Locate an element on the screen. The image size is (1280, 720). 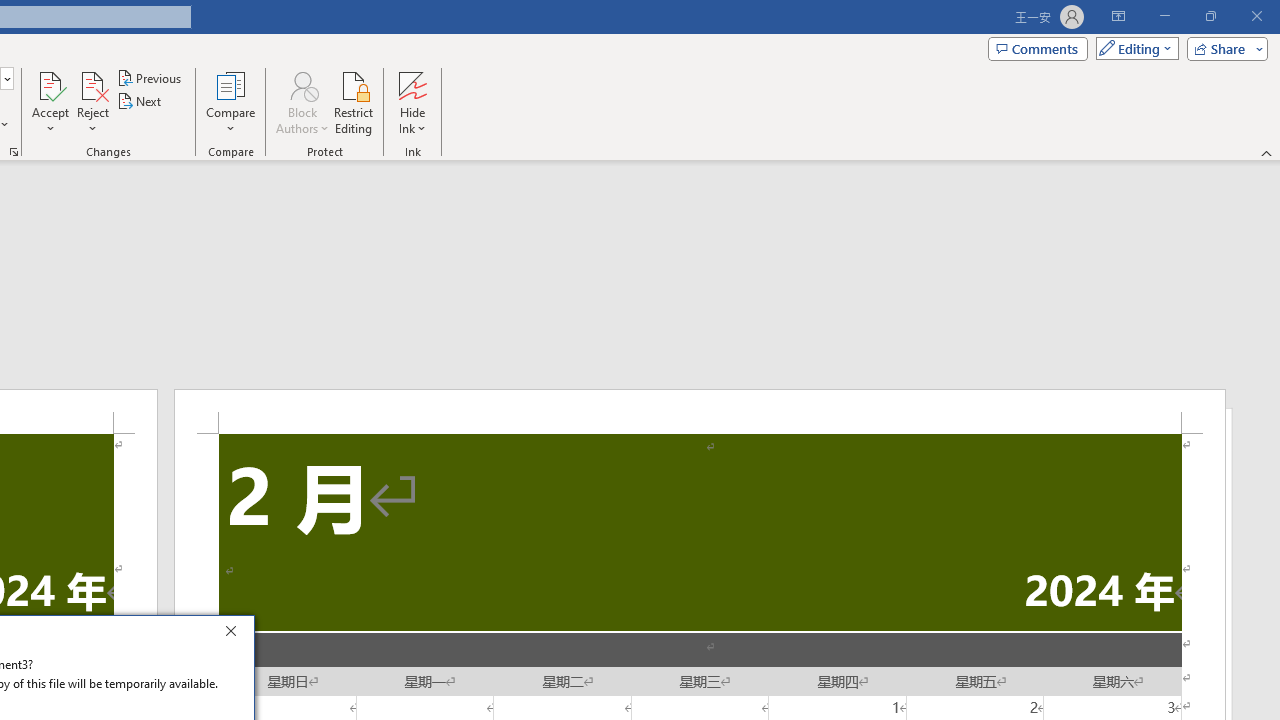
'Accept' is located at coordinates (50, 103).